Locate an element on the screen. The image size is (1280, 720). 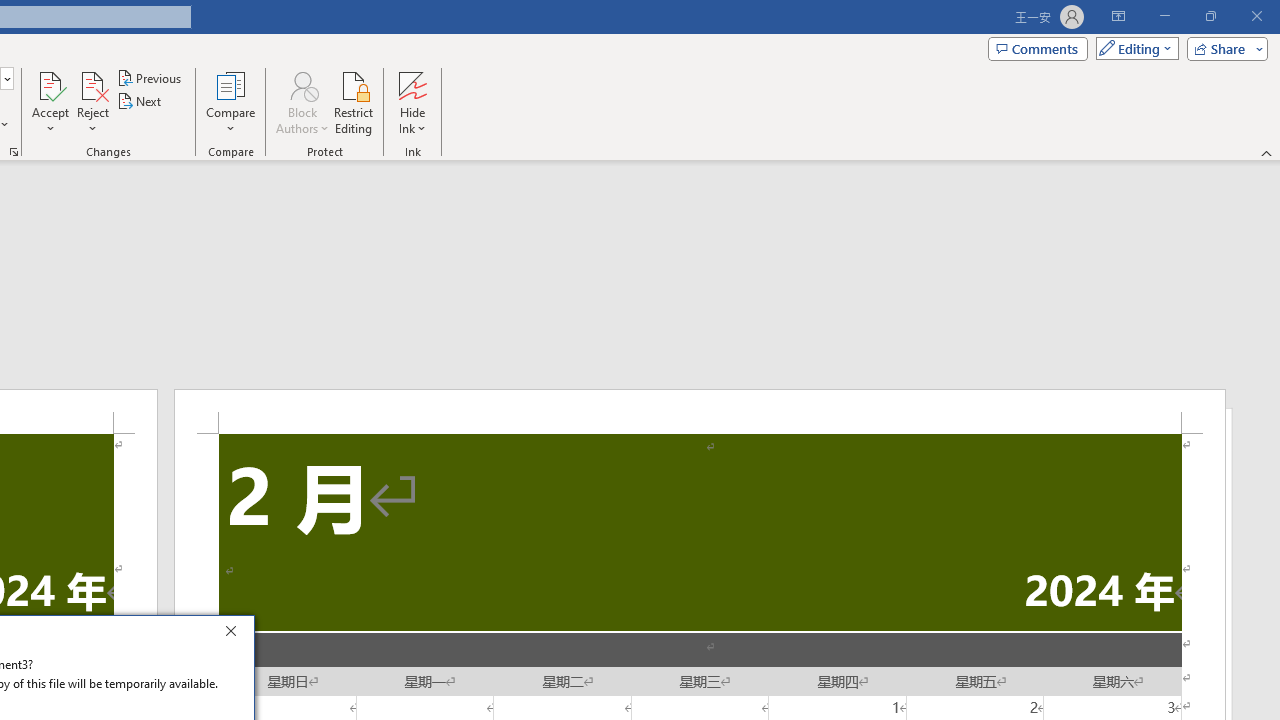
'Accept' is located at coordinates (50, 103).